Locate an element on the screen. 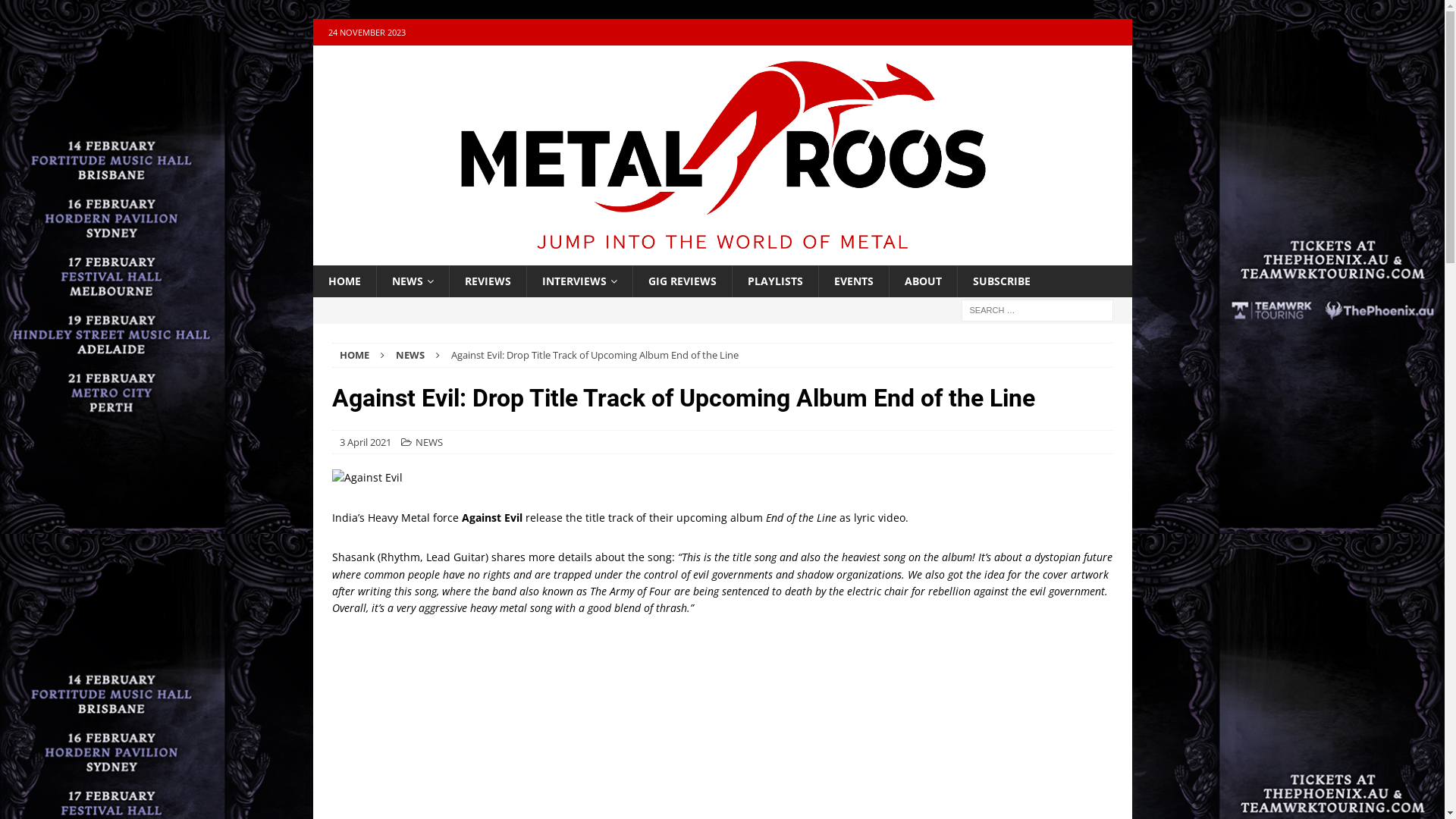 This screenshot has width=1456, height=819. 'HOME' is located at coordinates (343, 281).